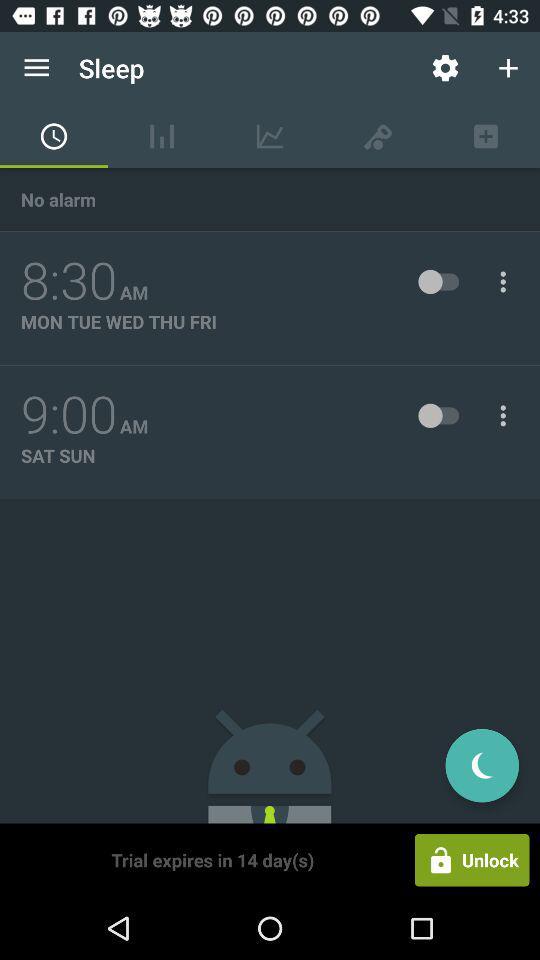  I want to click on the item next to the am item, so click(68, 280).